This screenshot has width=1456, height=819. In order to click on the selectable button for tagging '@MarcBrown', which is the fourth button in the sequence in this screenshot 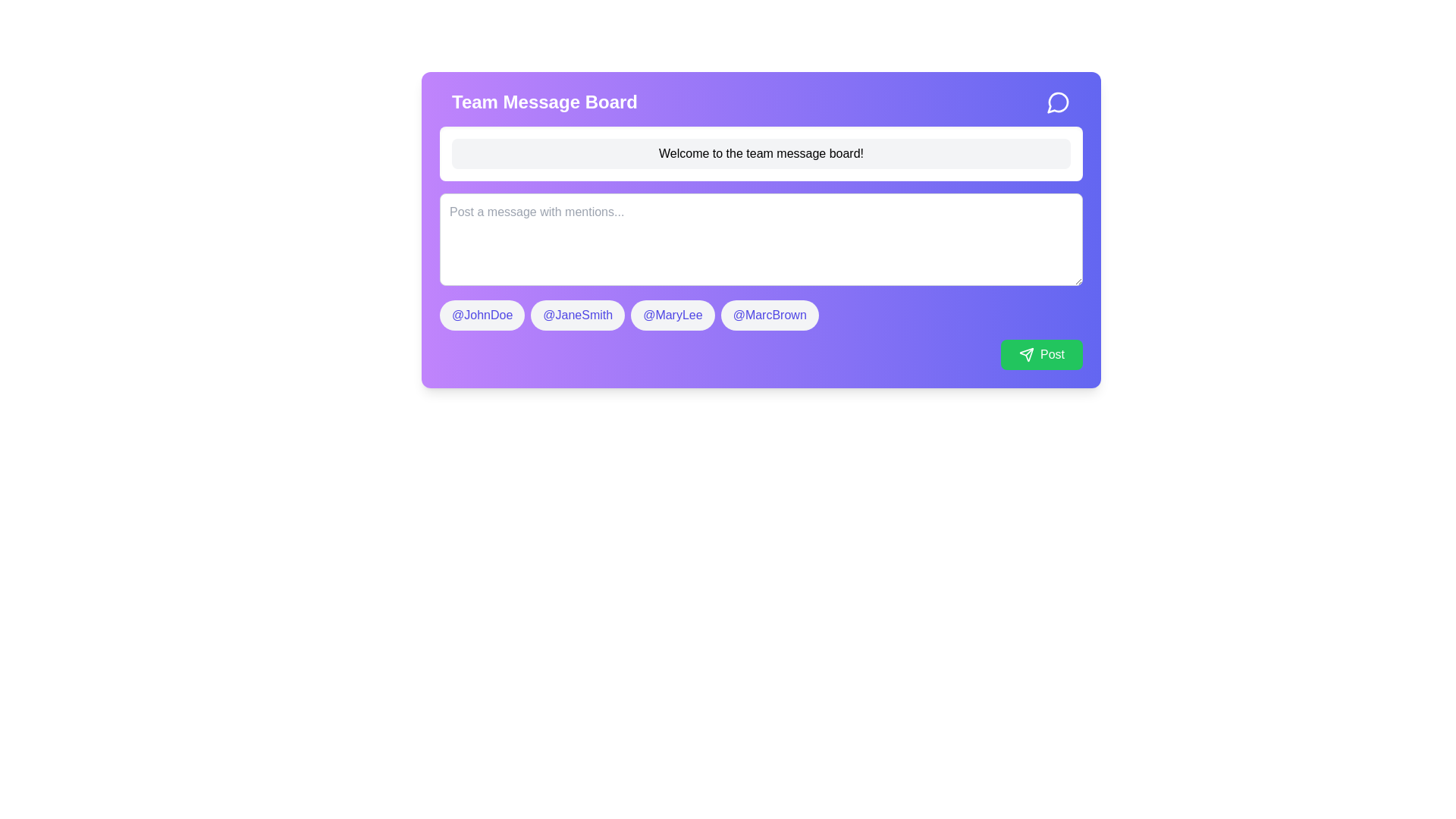, I will do `click(770, 315)`.